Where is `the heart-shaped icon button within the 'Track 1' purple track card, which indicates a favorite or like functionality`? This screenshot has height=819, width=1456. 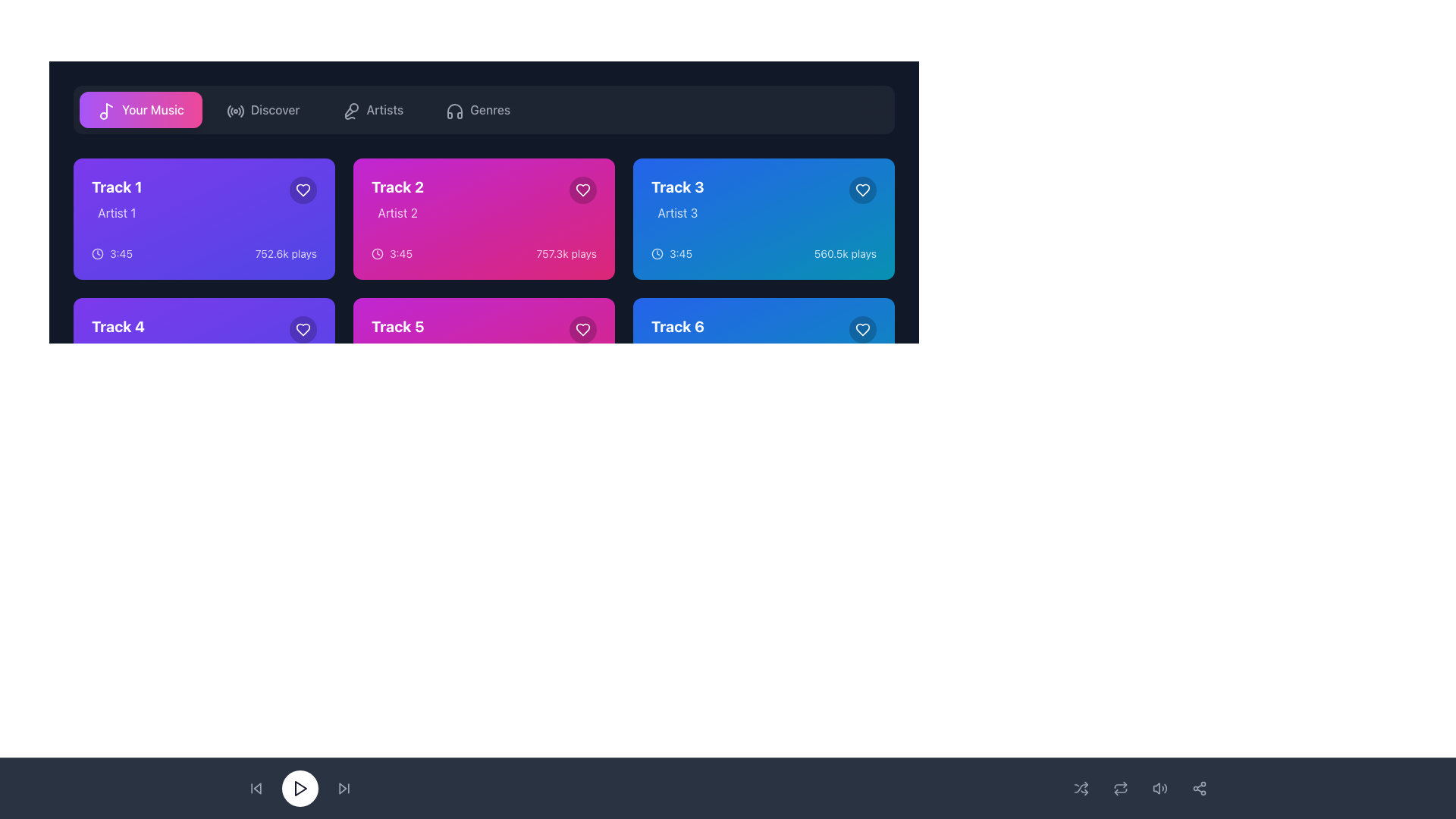
the heart-shaped icon button within the 'Track 1' purple track card, which indicates a favorite or like functionality is located at coordinates (303, 189).